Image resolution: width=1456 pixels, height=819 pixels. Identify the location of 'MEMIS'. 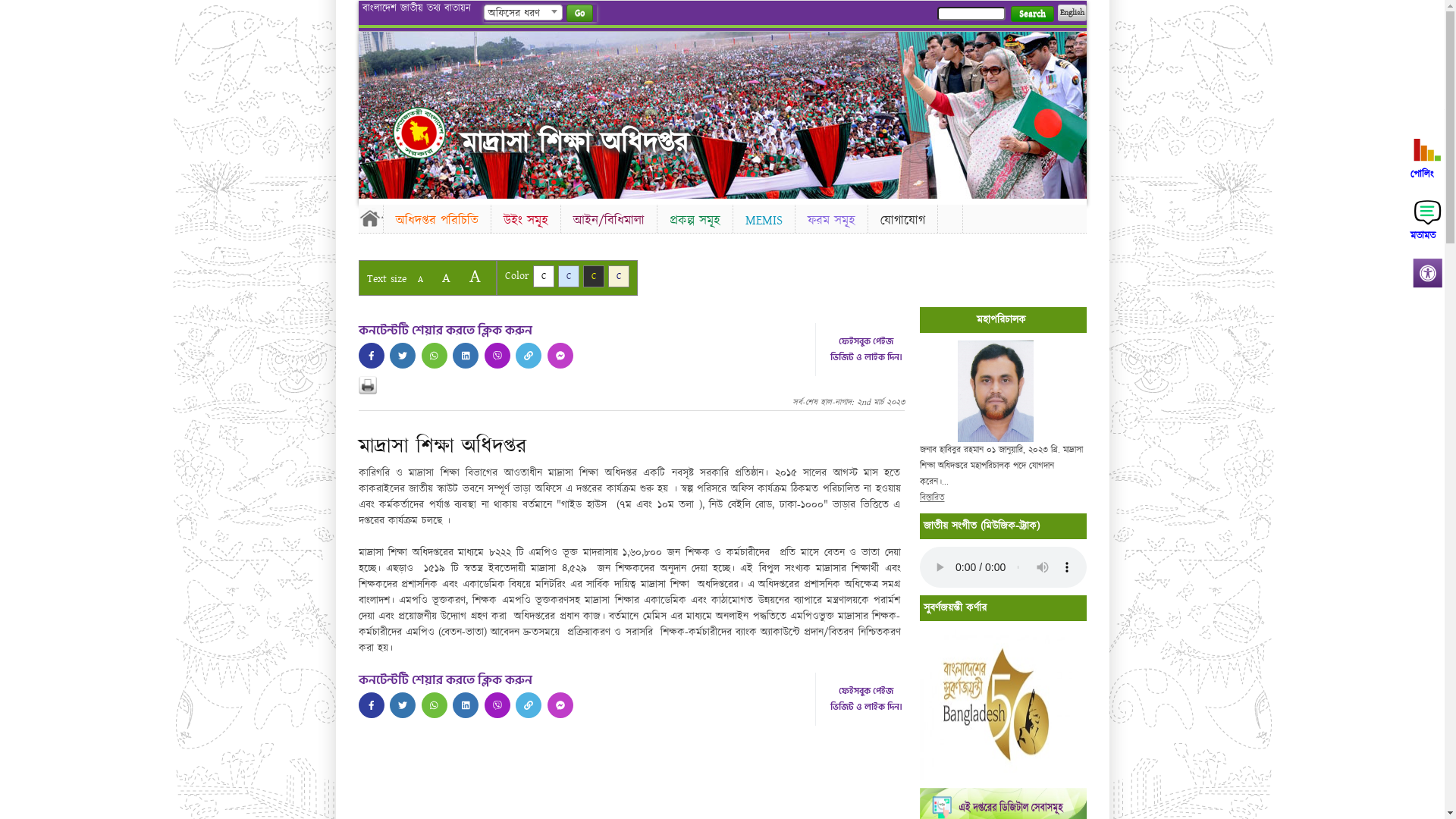
(763, 220).